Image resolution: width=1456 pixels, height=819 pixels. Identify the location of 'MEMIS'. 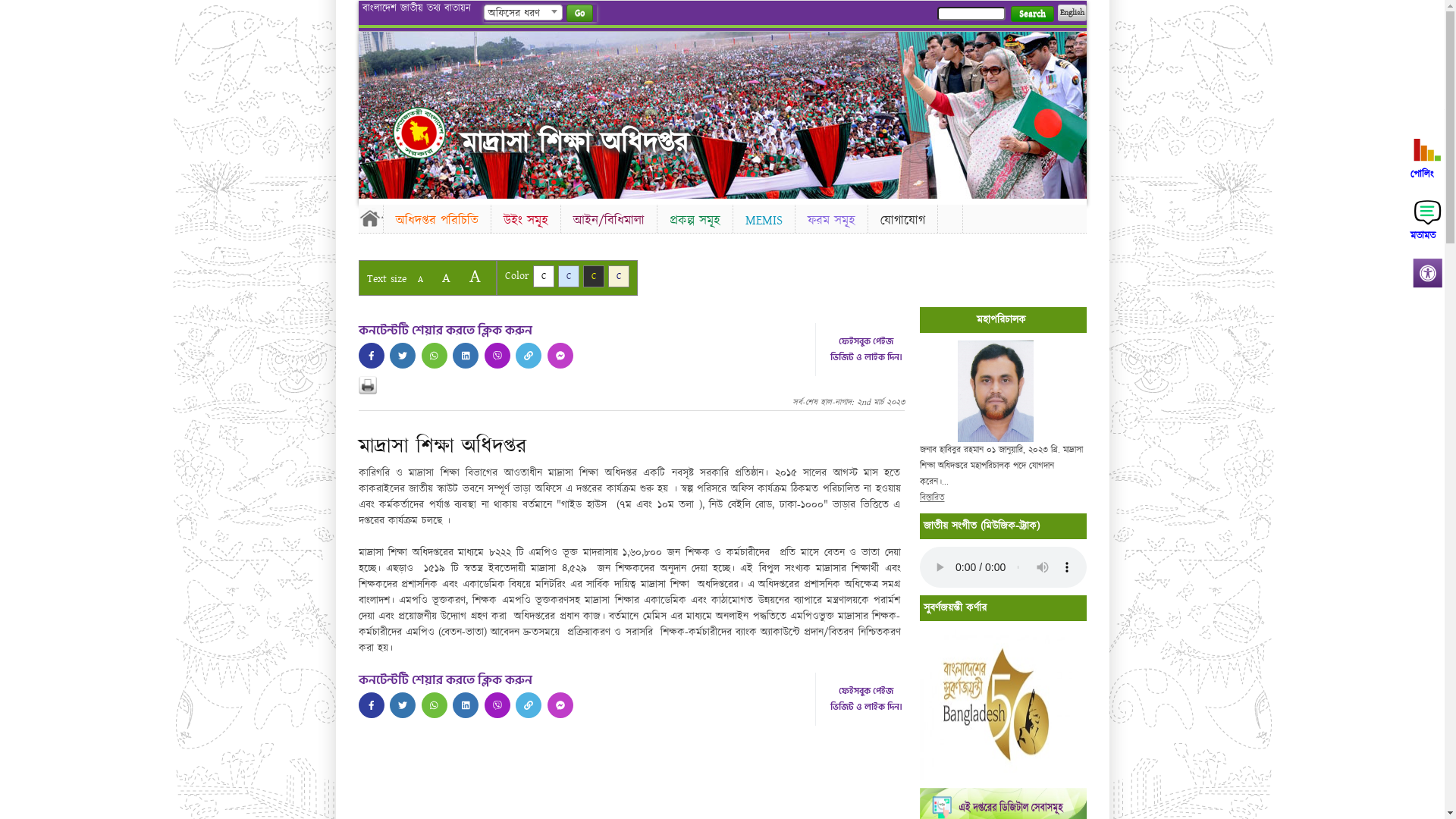
(763, 220).